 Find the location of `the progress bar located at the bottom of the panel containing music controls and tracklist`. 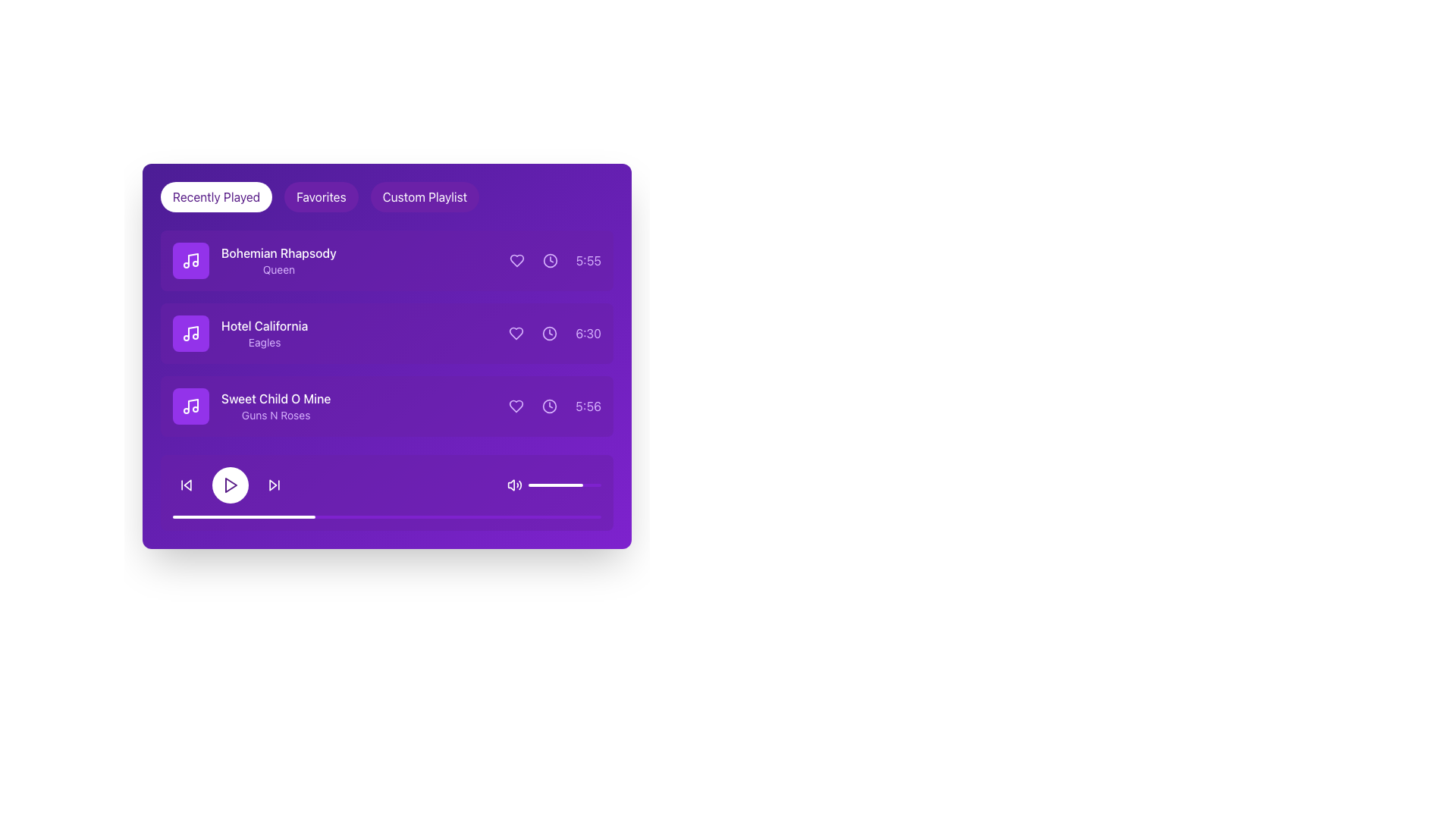

the progress bar located at the bottom of the panel containing music controls and tracklist is located at coordinates (387, 516).